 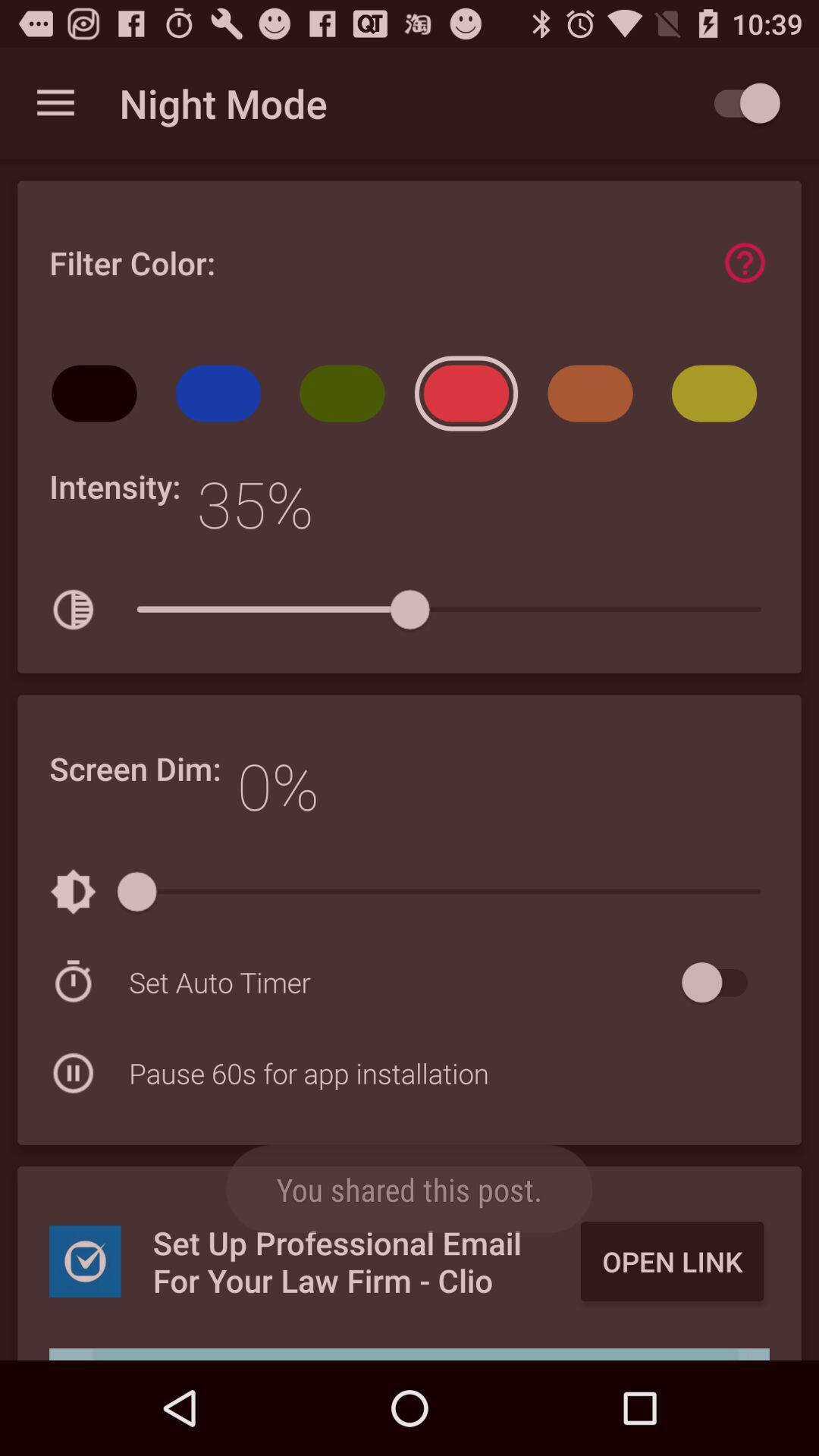 What do you see at coordinates (744, 262) in the screenshot?
I see `question symbol` at bounding box center [744, 262].